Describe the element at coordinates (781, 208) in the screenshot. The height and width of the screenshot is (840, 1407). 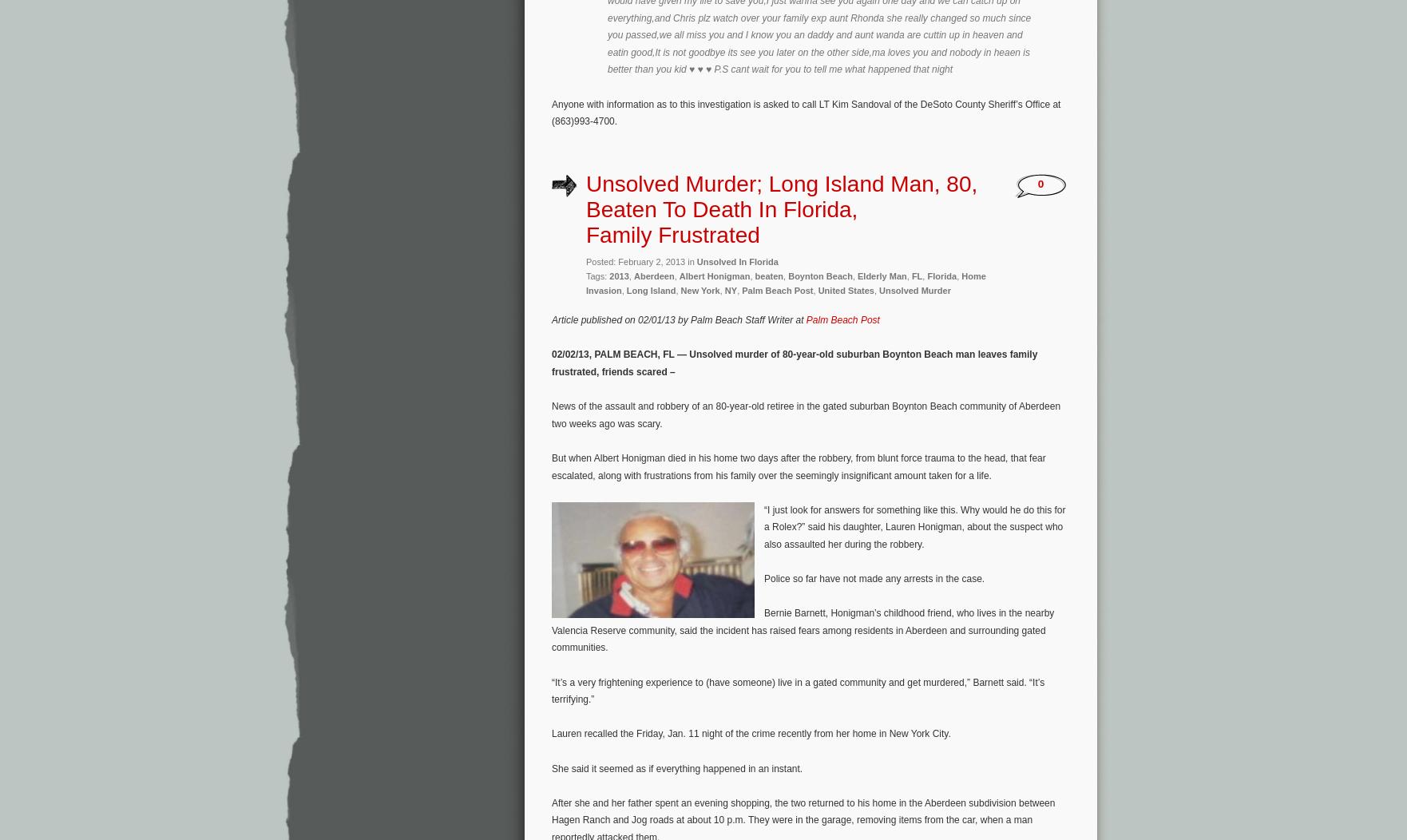
I see `'Unsolved Murder; Long Island Man, 80, Beaten To Death In Florida, Family Frustrated'` at that location.